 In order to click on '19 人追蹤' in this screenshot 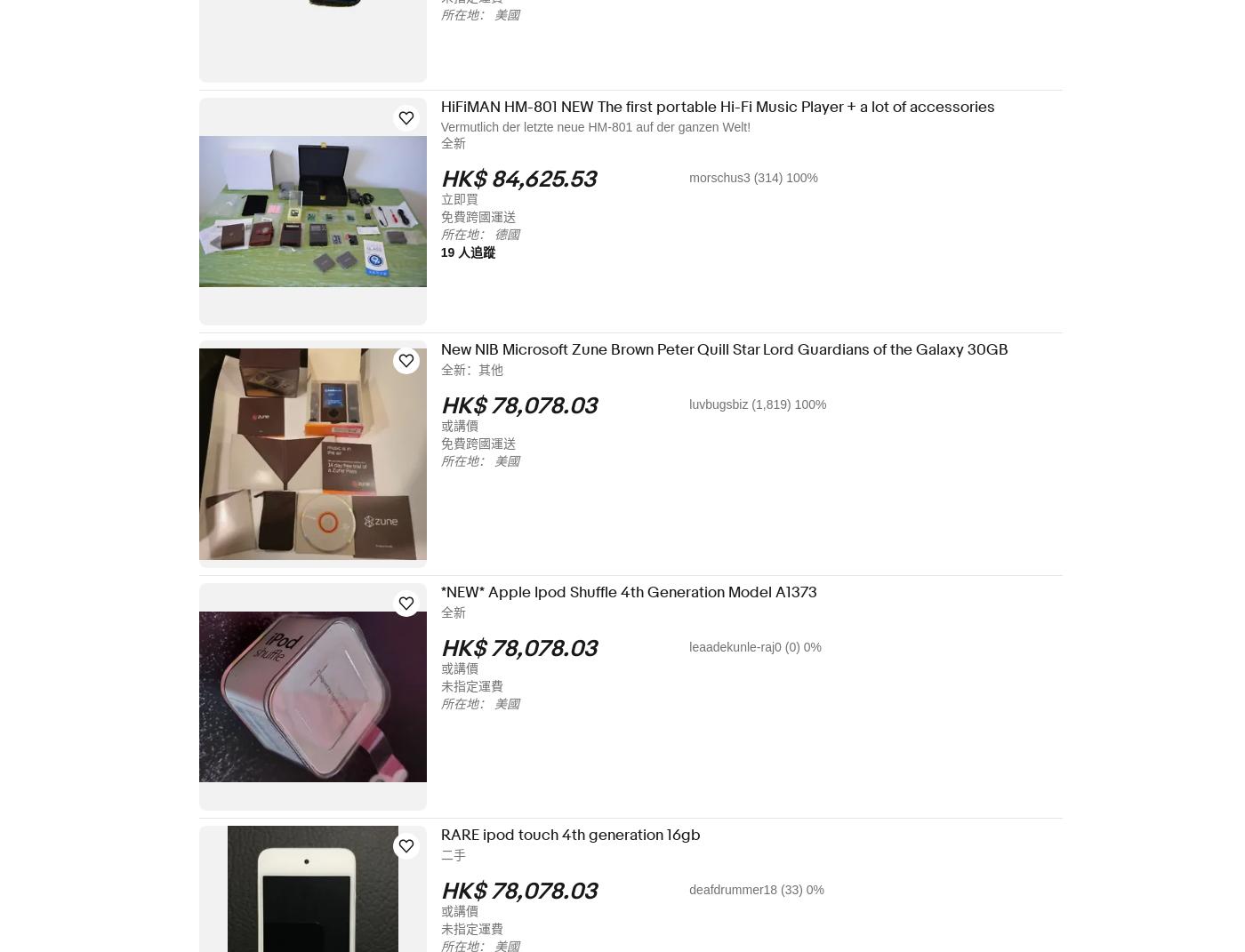, I will do `click(479, 252)`.